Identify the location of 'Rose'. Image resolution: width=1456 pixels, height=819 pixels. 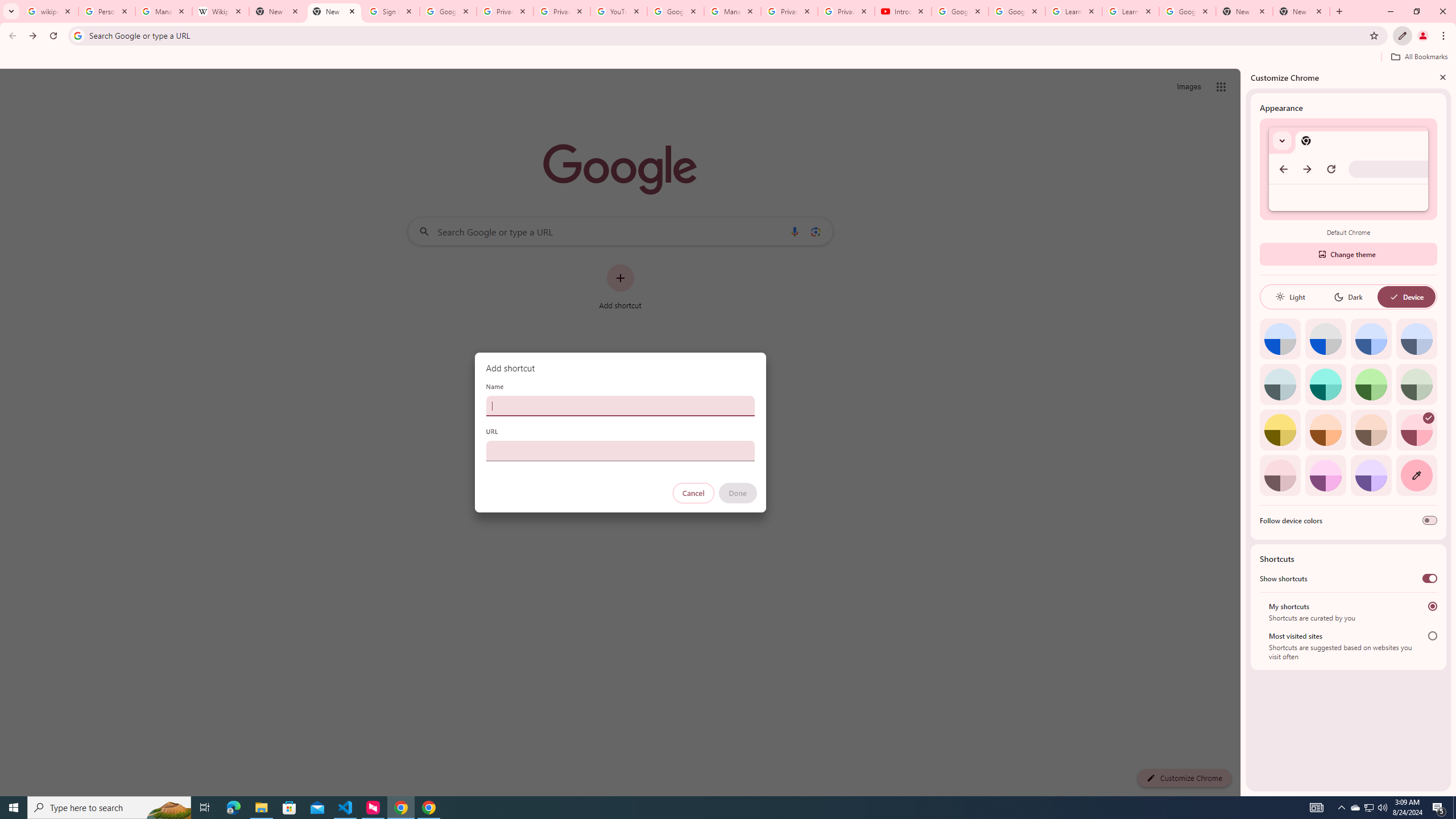
(1416, 429).